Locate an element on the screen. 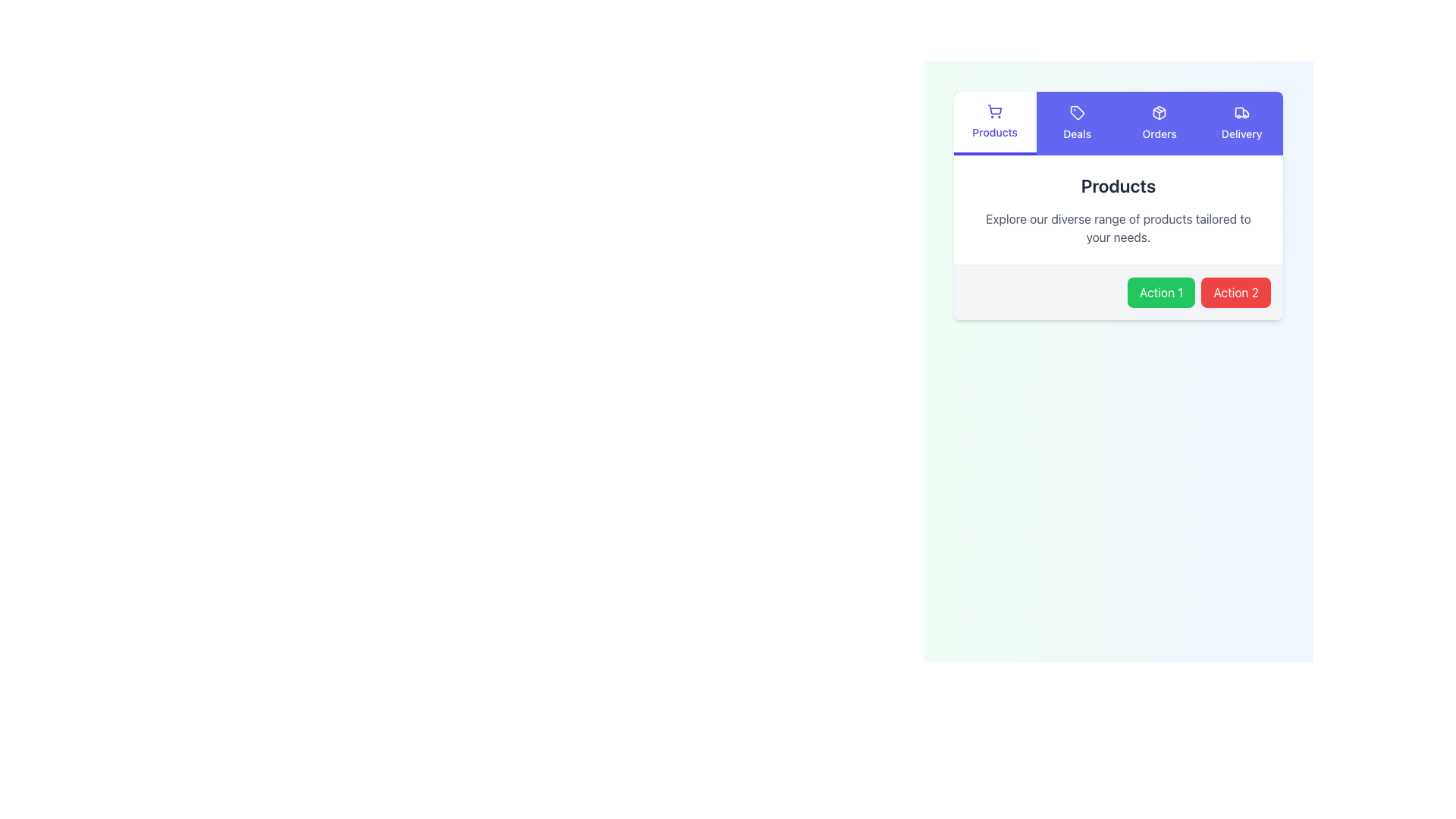 This screenshot has width=1456, height=819. the fourth navigation button in the top-right navigation bar is located at coordinates (1241, 122).